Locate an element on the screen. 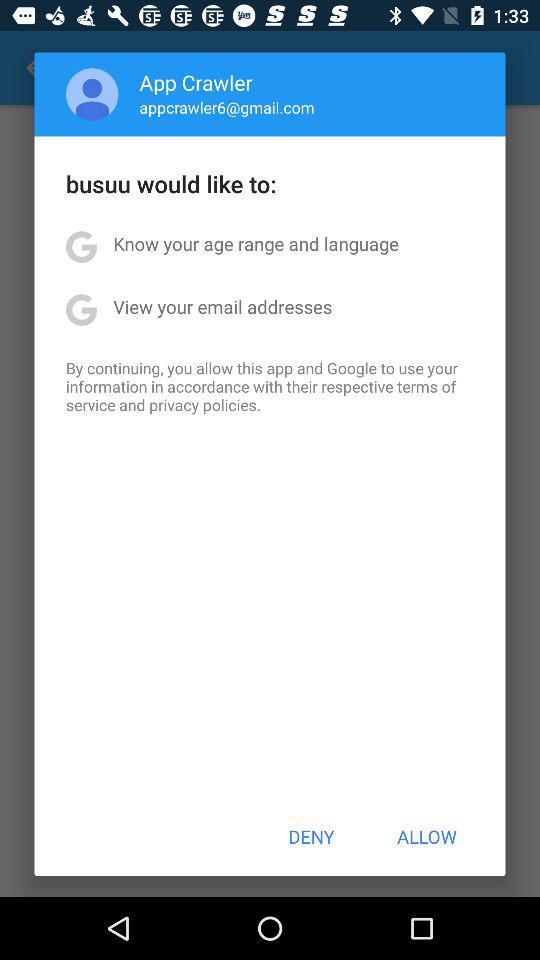 This screenshot has height=960, width=540. the button at the bottom is located at coordinates (311, 836).